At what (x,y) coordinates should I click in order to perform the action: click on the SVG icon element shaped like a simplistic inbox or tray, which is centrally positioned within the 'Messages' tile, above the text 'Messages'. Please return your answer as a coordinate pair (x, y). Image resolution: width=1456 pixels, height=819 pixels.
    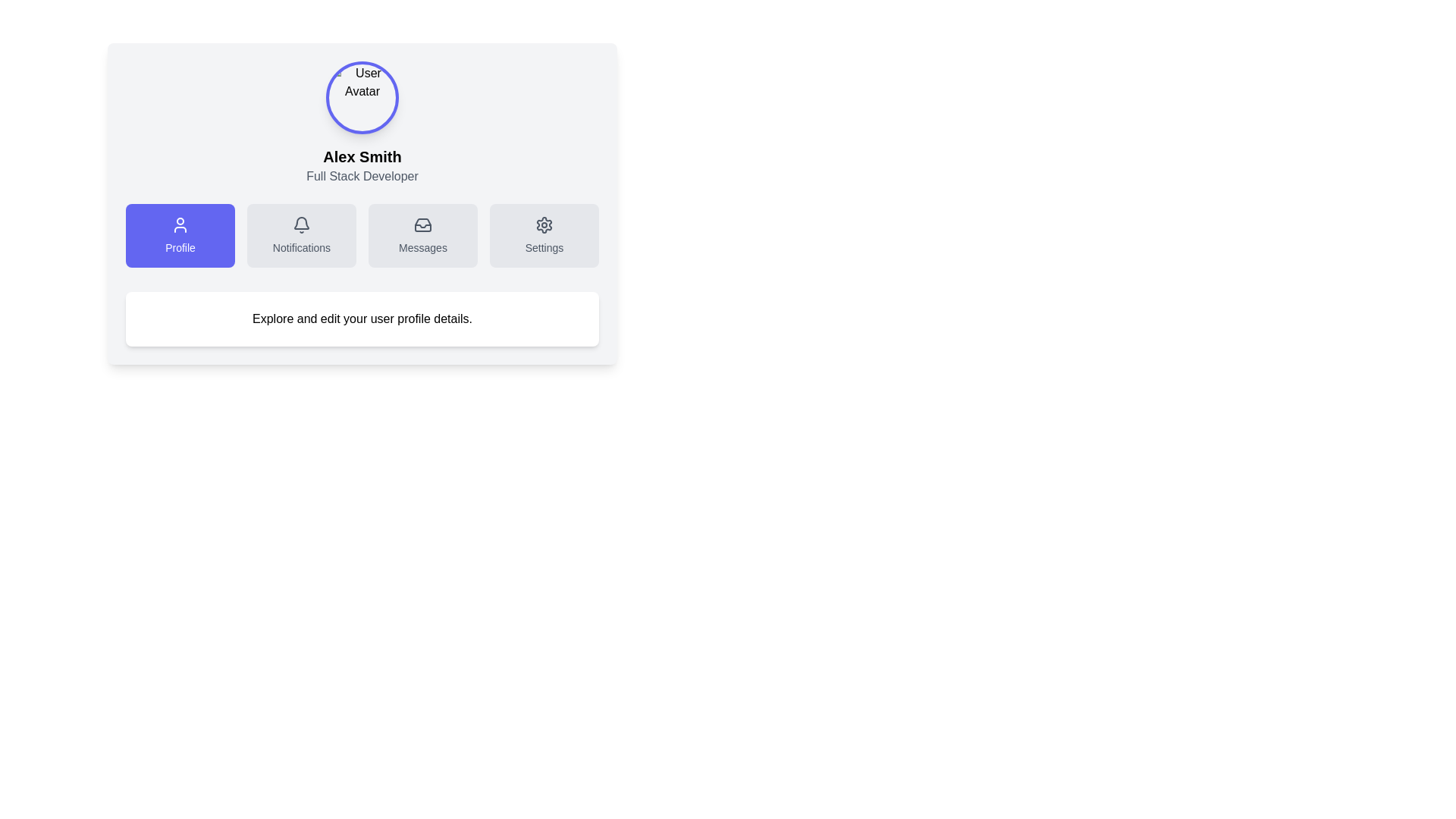
    Looking at the image, I should click on (422, 225).